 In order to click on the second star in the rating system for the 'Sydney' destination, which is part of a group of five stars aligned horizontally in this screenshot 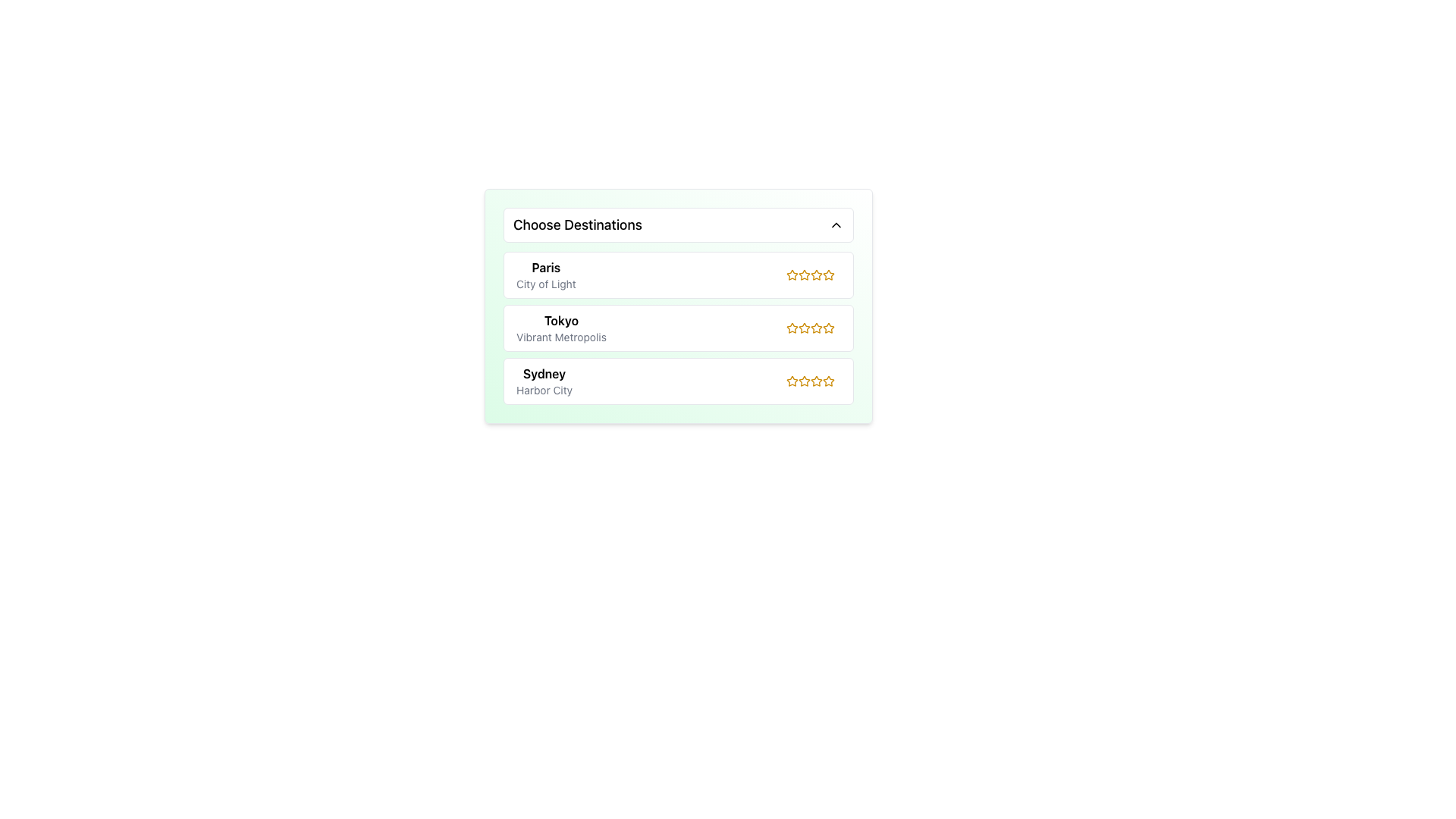, I will do `click(803, 380)`.